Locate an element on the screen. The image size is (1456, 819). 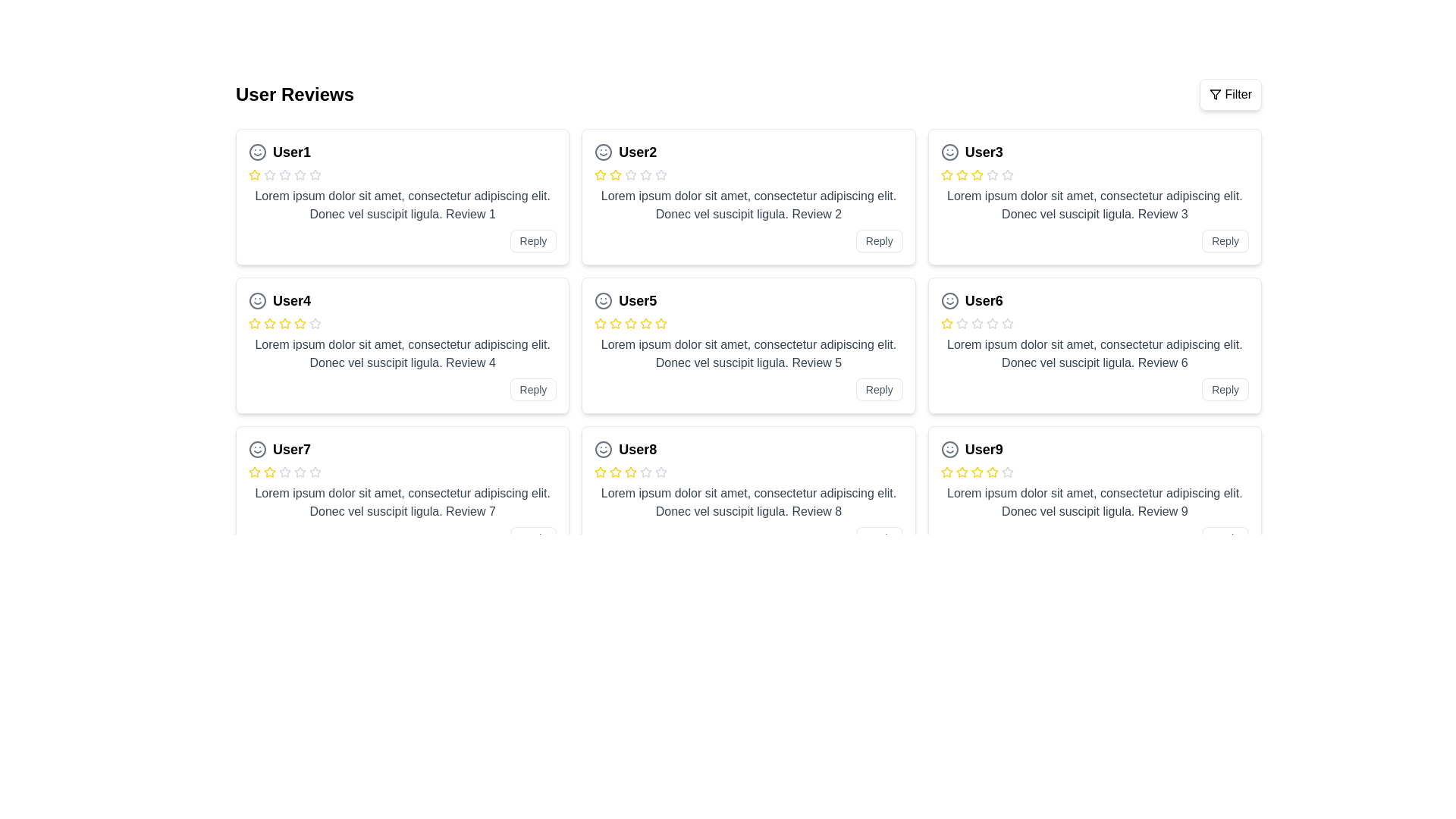
the yellow star icon representing the first rating in User1's review in the grid layout is located at coordinates (255, 174).